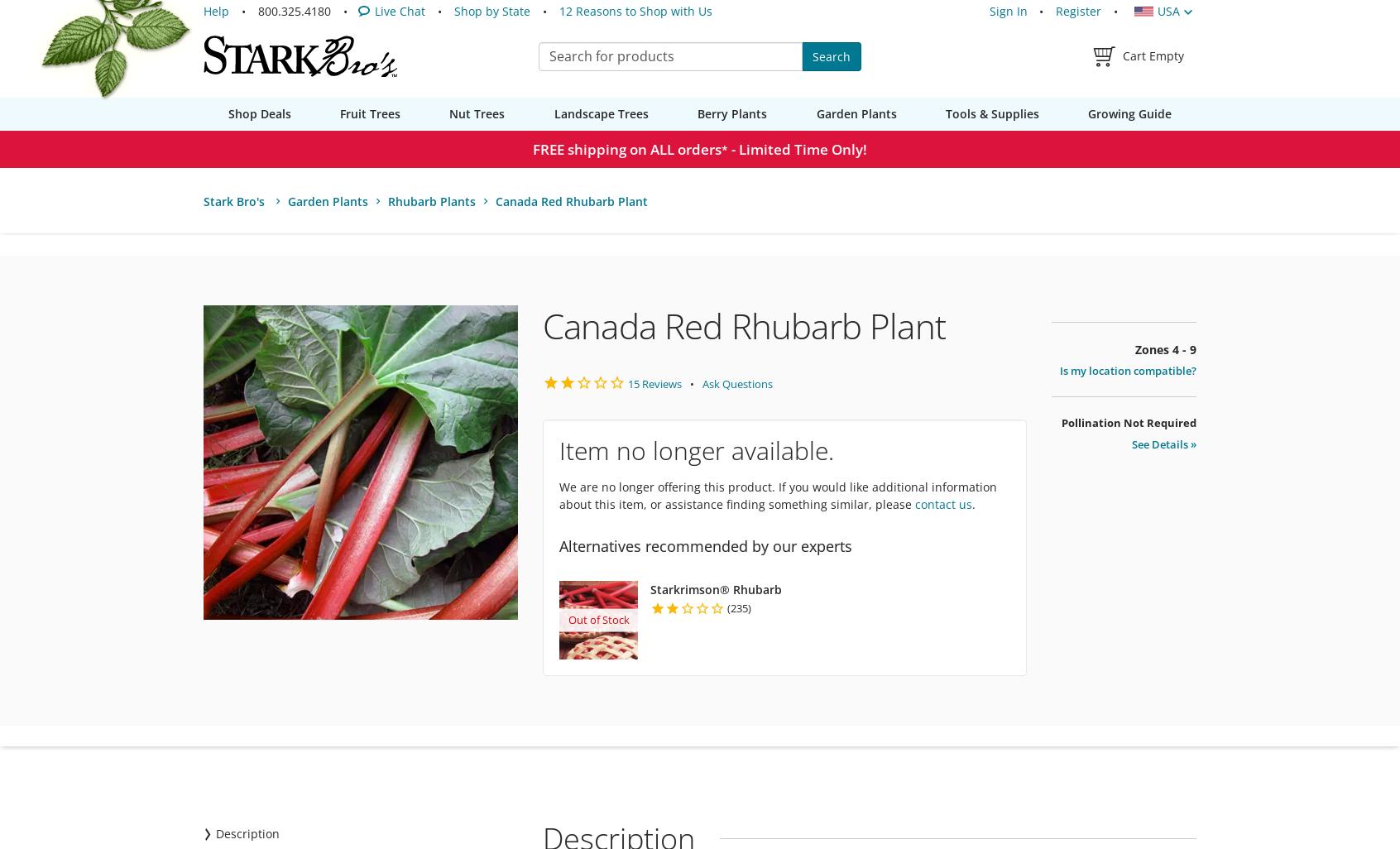 This screenshot has width=1400, height=849. Describe the element at coordinates (1172, 349) in the screenshot. I see `'4 - 9'` at that location.